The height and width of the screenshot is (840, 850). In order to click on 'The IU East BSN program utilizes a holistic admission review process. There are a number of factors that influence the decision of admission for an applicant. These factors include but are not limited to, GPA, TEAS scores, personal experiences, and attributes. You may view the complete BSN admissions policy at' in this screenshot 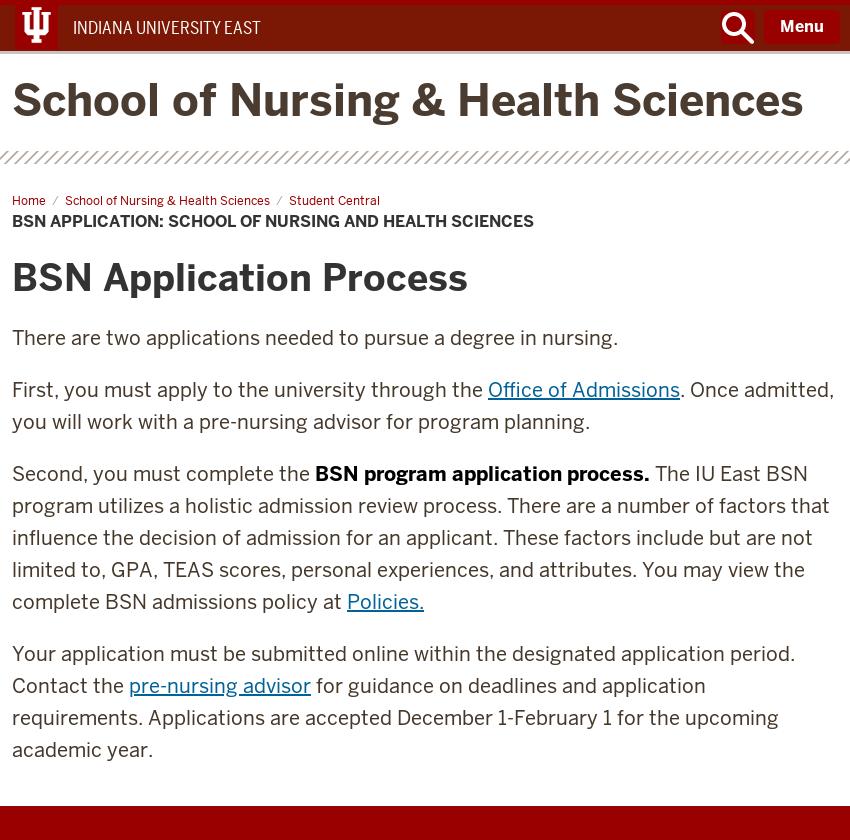, I will do `click(10, 537)`.